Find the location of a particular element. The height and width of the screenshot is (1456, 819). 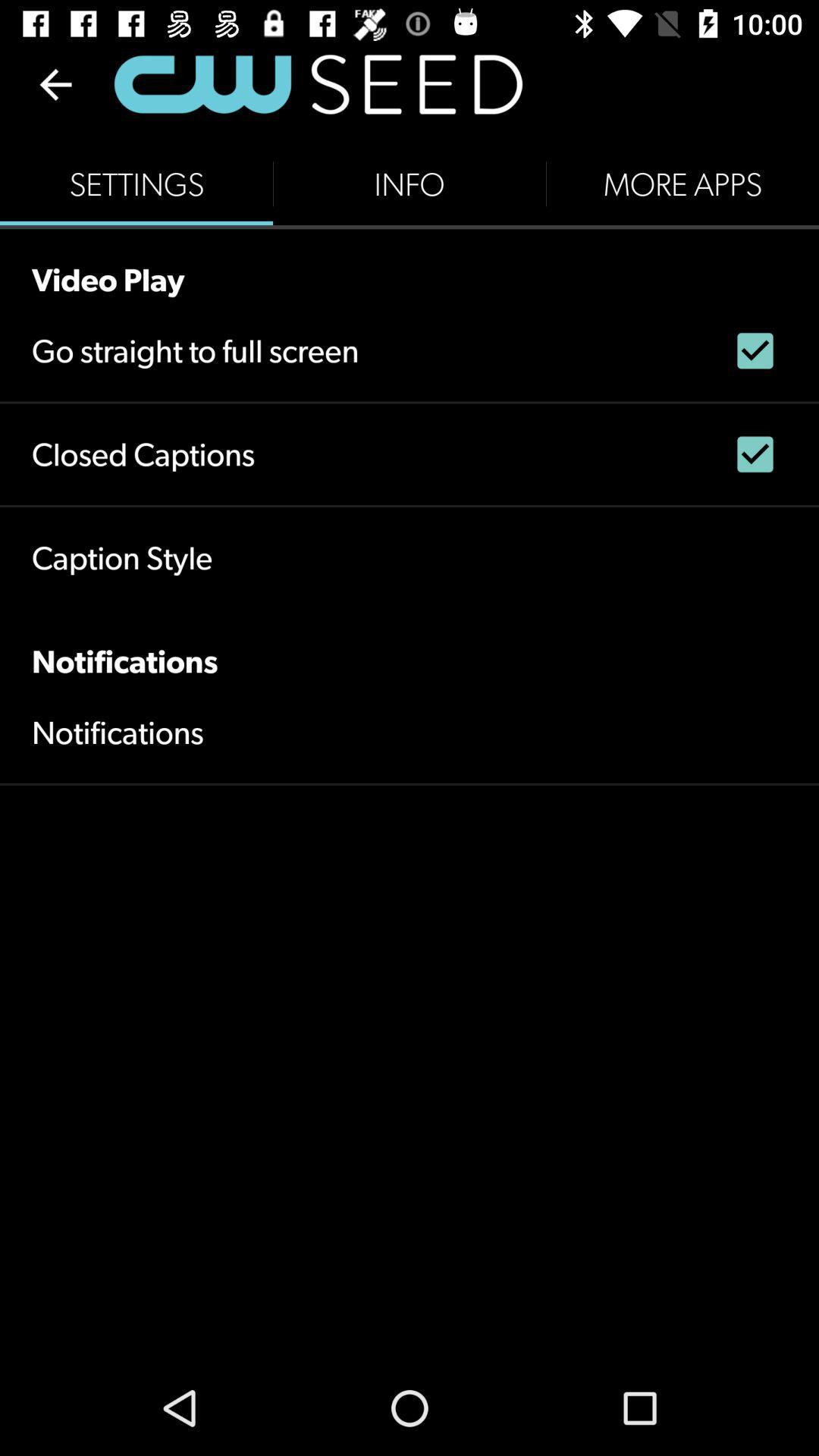

more apps is located at coordinates (681, 184).